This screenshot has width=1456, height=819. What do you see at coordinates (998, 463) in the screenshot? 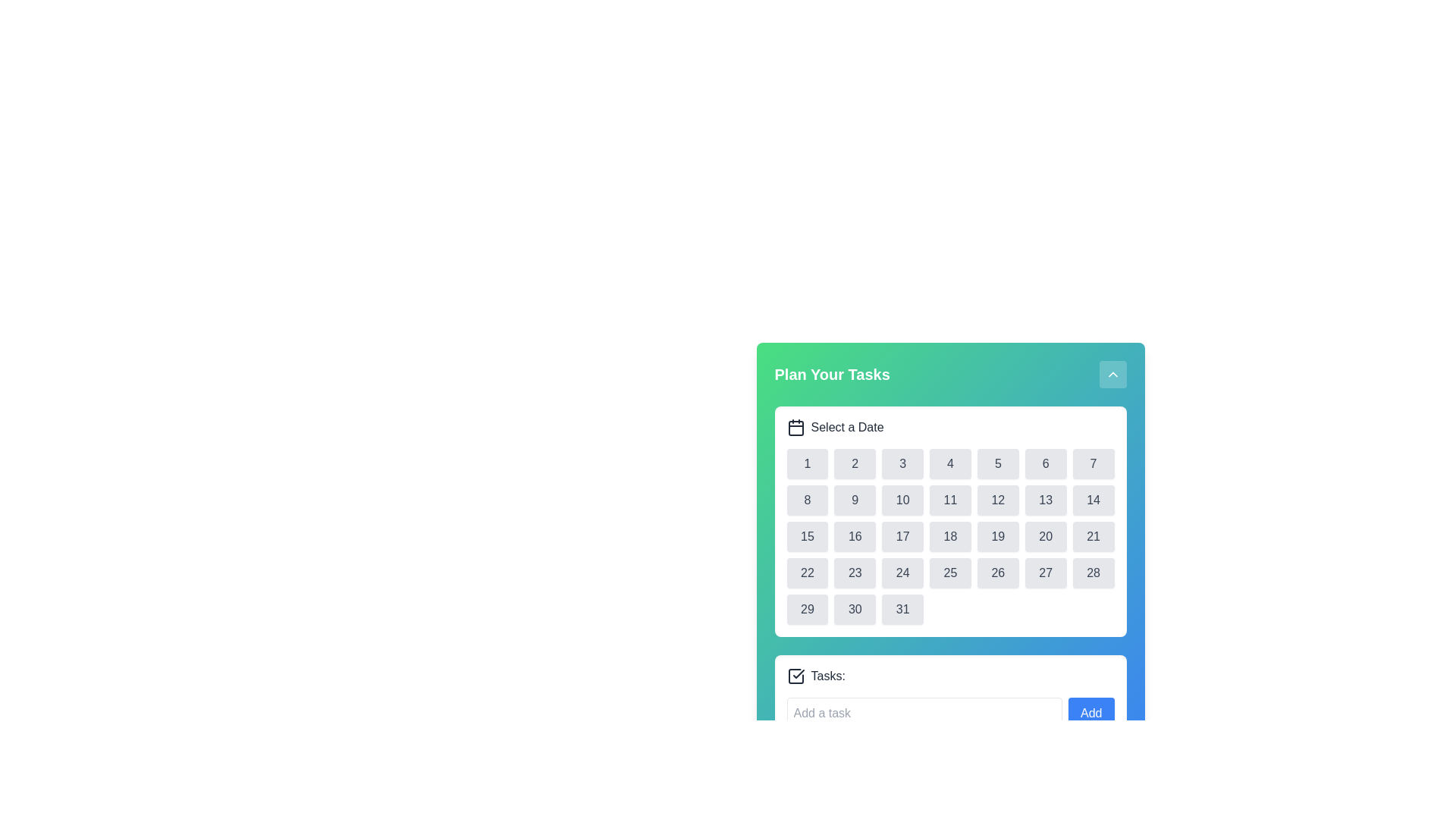
I see `the button in the calendar grid that selects the 5th day of the month for further actions in the 'Plan Your Tasks' application` at bounding box center [998, 463].